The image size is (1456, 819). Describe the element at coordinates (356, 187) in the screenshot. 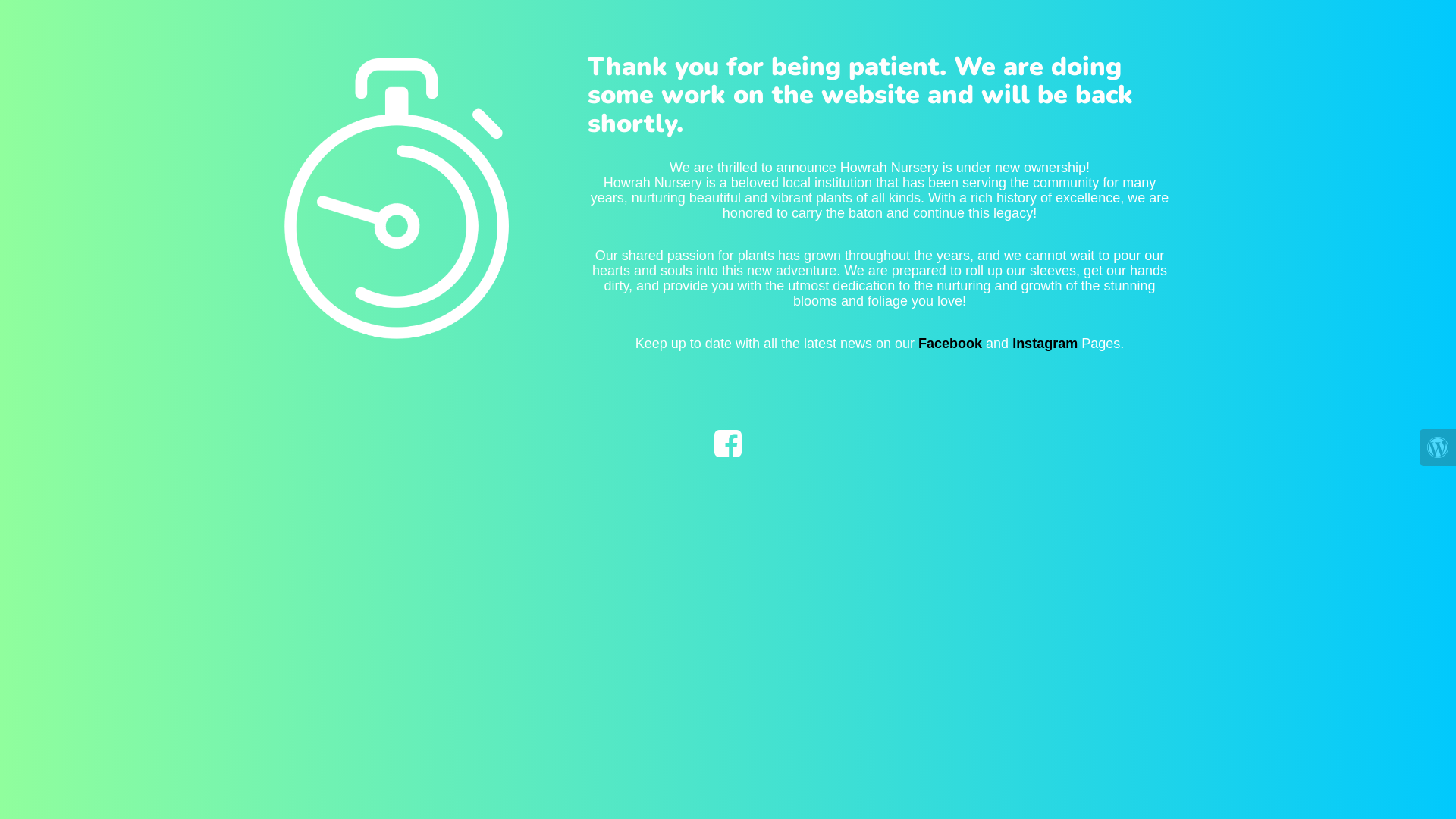

I see `'Tick tock, tick tock, ...'` at that location.